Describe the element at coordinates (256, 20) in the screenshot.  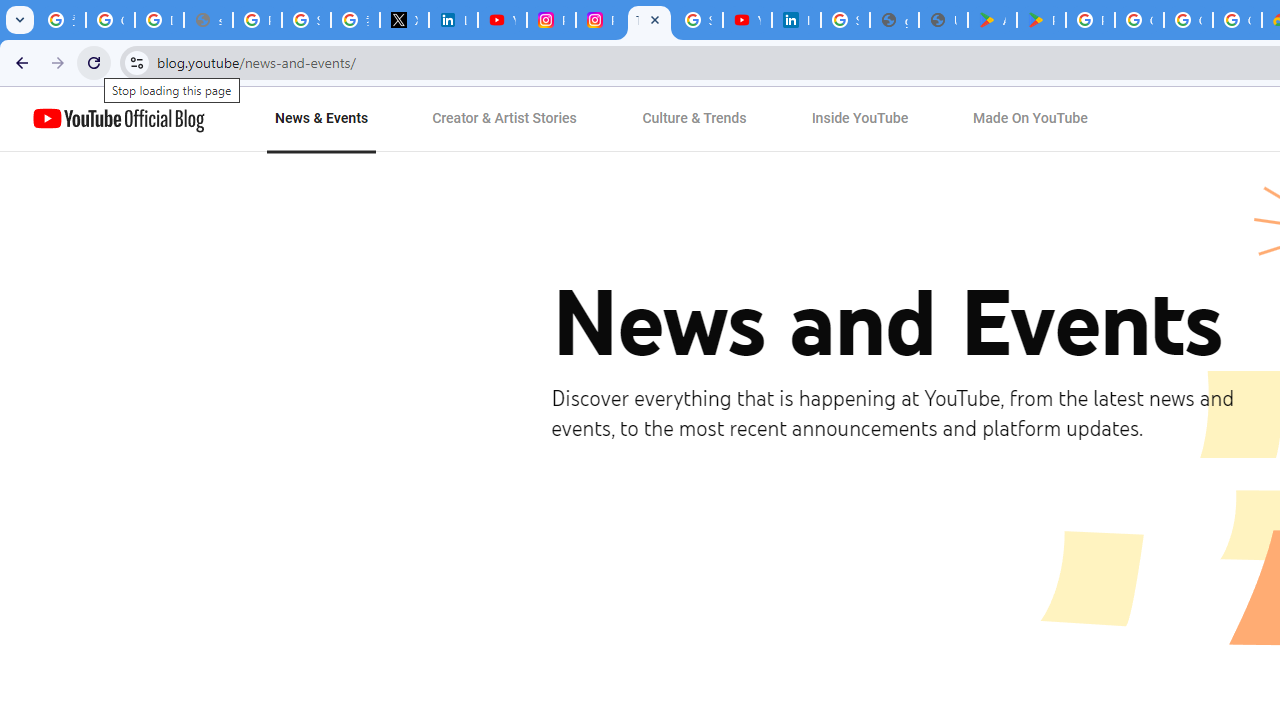
I see `'Privacy Help Center - Policies Help'` at that location.